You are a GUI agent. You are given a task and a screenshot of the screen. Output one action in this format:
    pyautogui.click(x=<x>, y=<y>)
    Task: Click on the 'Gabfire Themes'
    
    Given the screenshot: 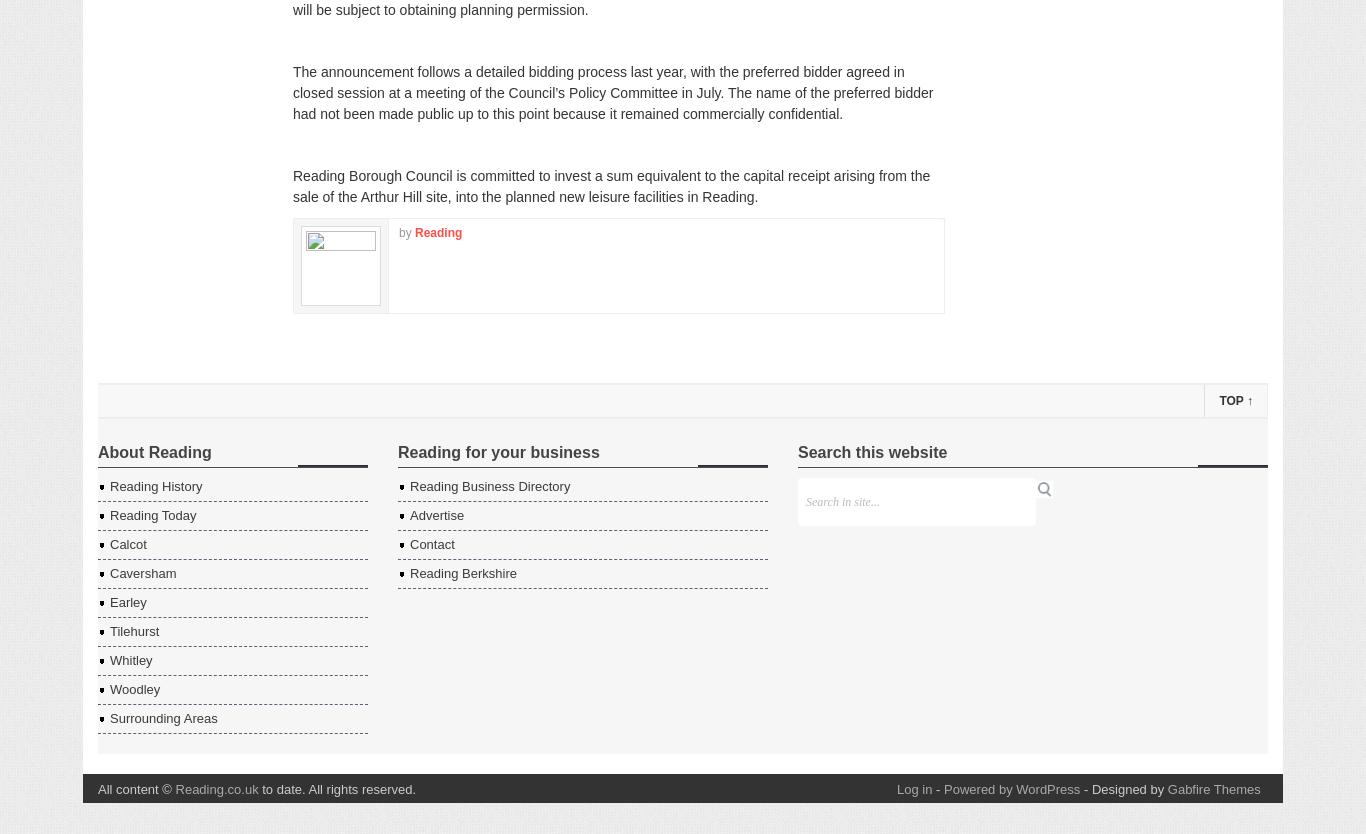 What is the action you would take?
    pyautogui.click(x=1213, y=788)
    